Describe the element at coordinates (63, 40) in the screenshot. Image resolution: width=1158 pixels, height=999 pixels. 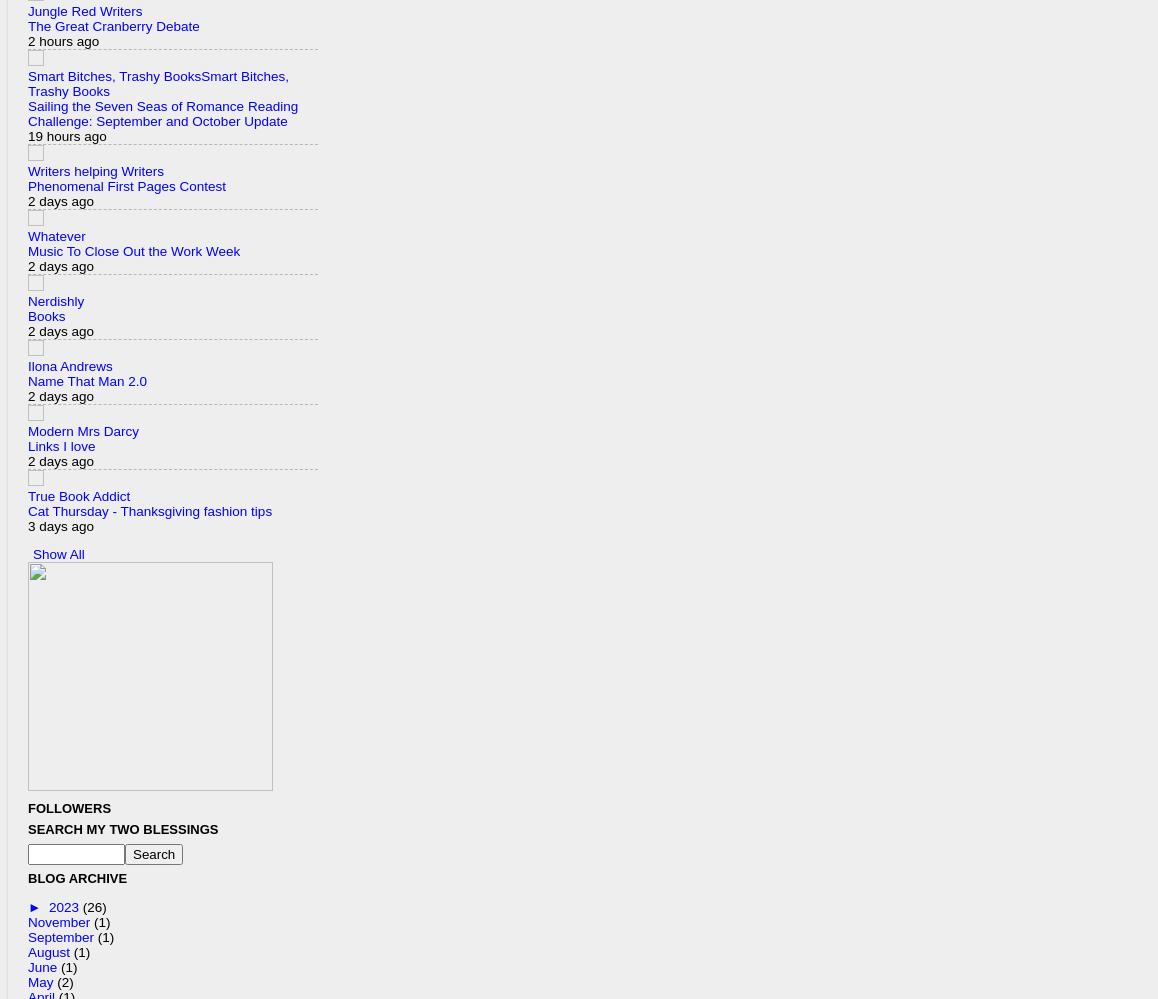
I see `'2 hours ago'` at that location.